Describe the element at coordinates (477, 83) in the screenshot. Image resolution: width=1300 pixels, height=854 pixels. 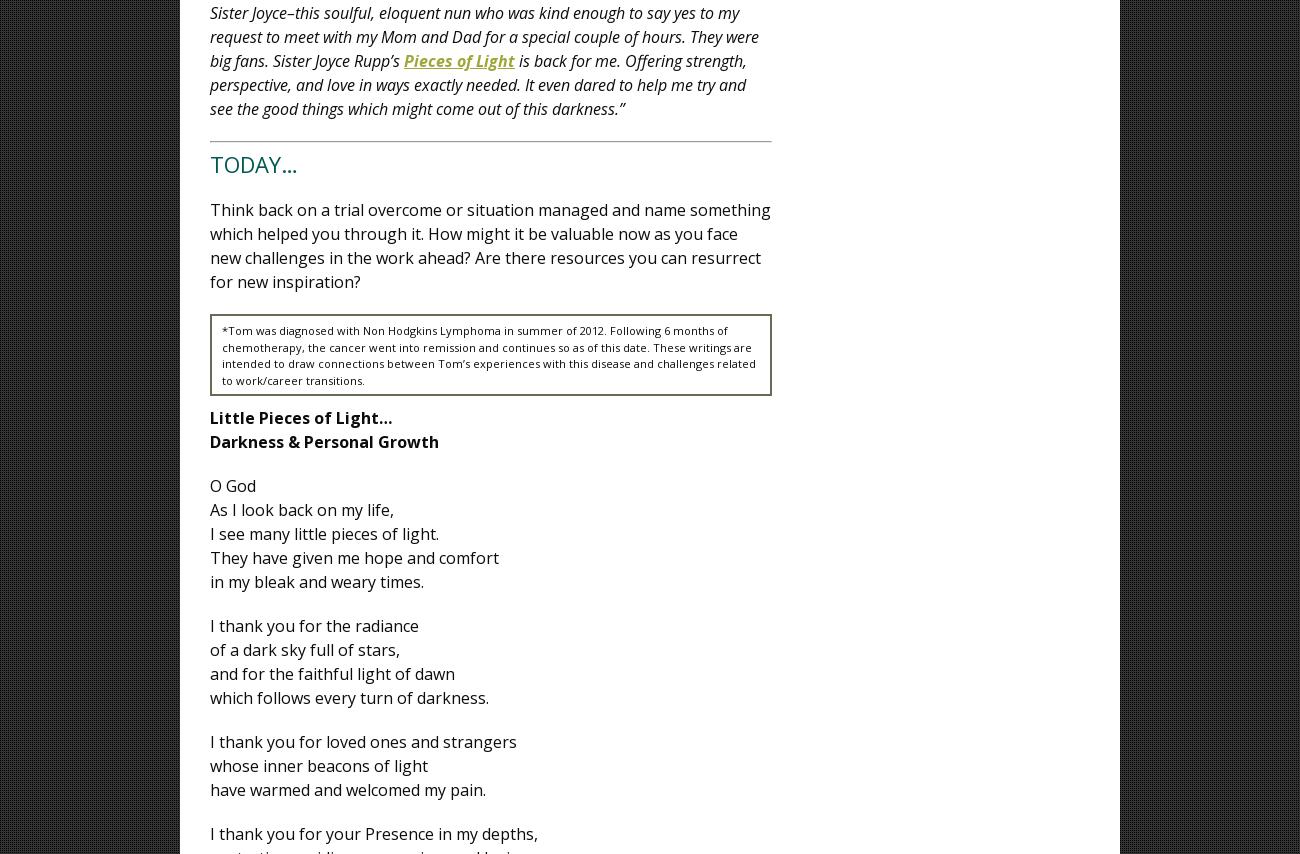
I see `'is back for me. Offering strength, perspective, and love in ways exactly needed. It even dared to help me try and see the good things which might come out of this darkness.”'` at that location.